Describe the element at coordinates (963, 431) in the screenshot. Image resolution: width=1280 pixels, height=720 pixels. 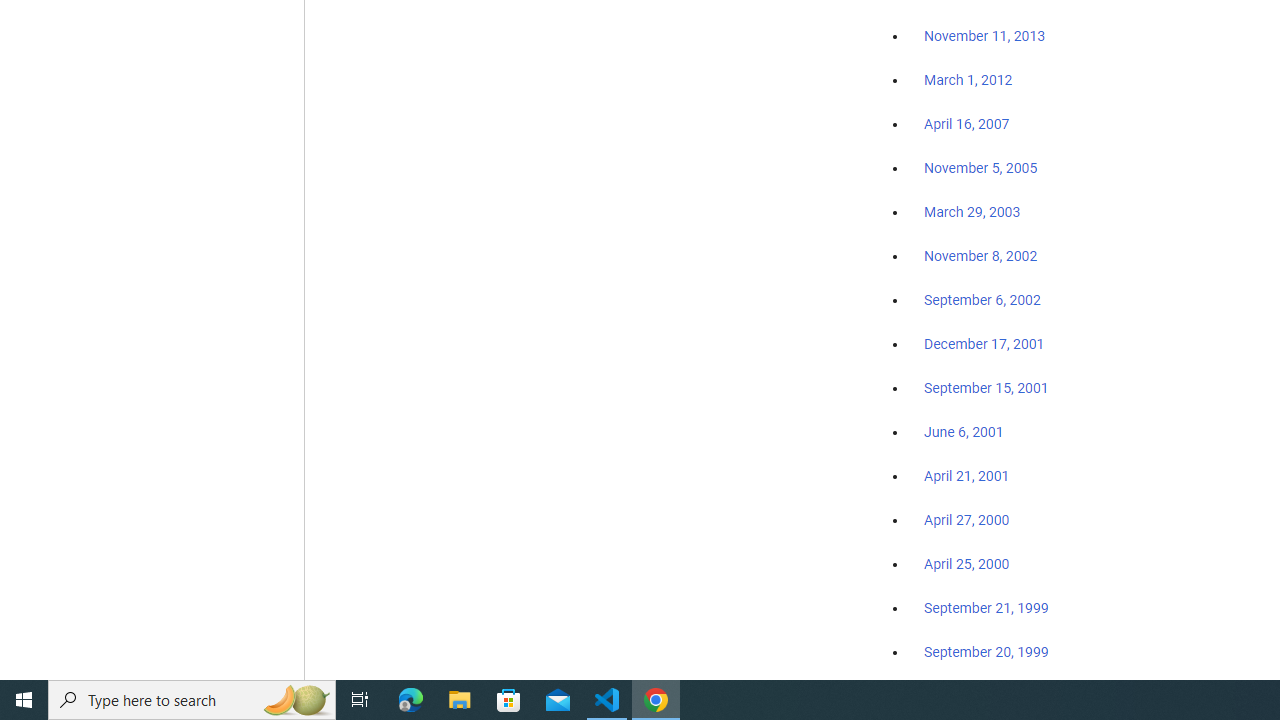
I see `'June 6, 2001'` at that location.